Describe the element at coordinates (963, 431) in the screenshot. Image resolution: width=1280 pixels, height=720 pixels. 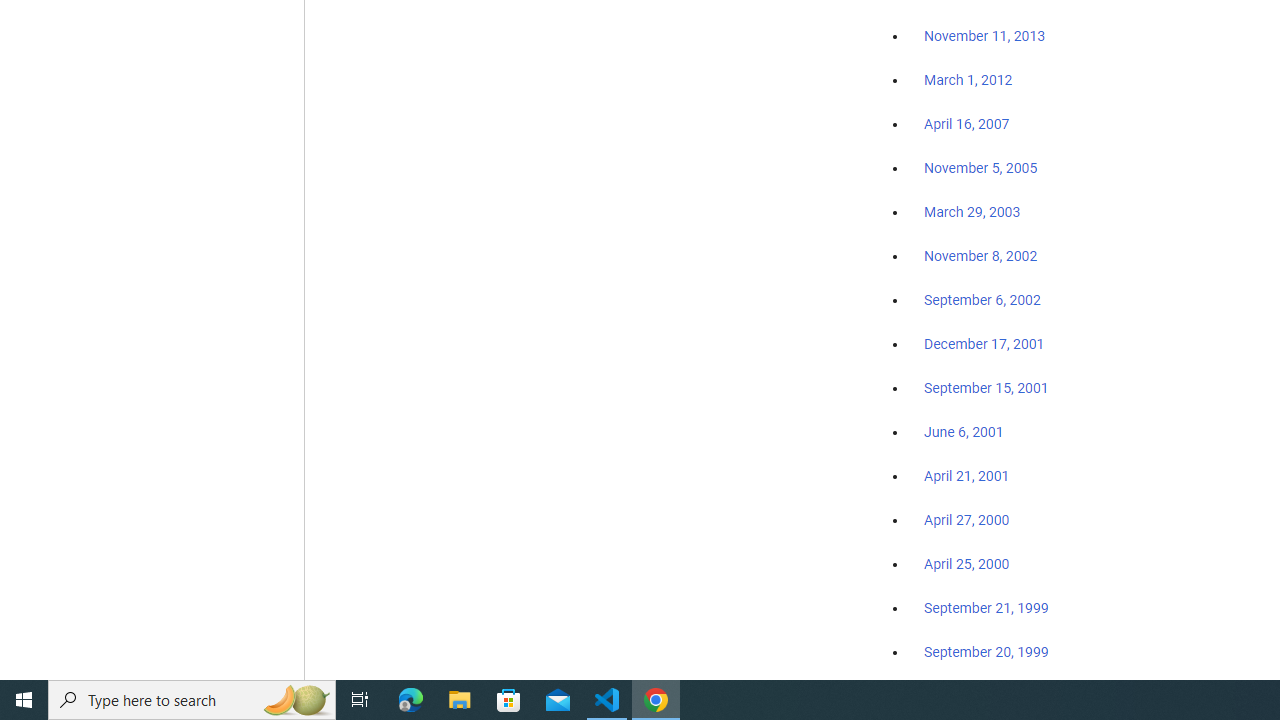
I see `'June 6, 2001'` at that location.